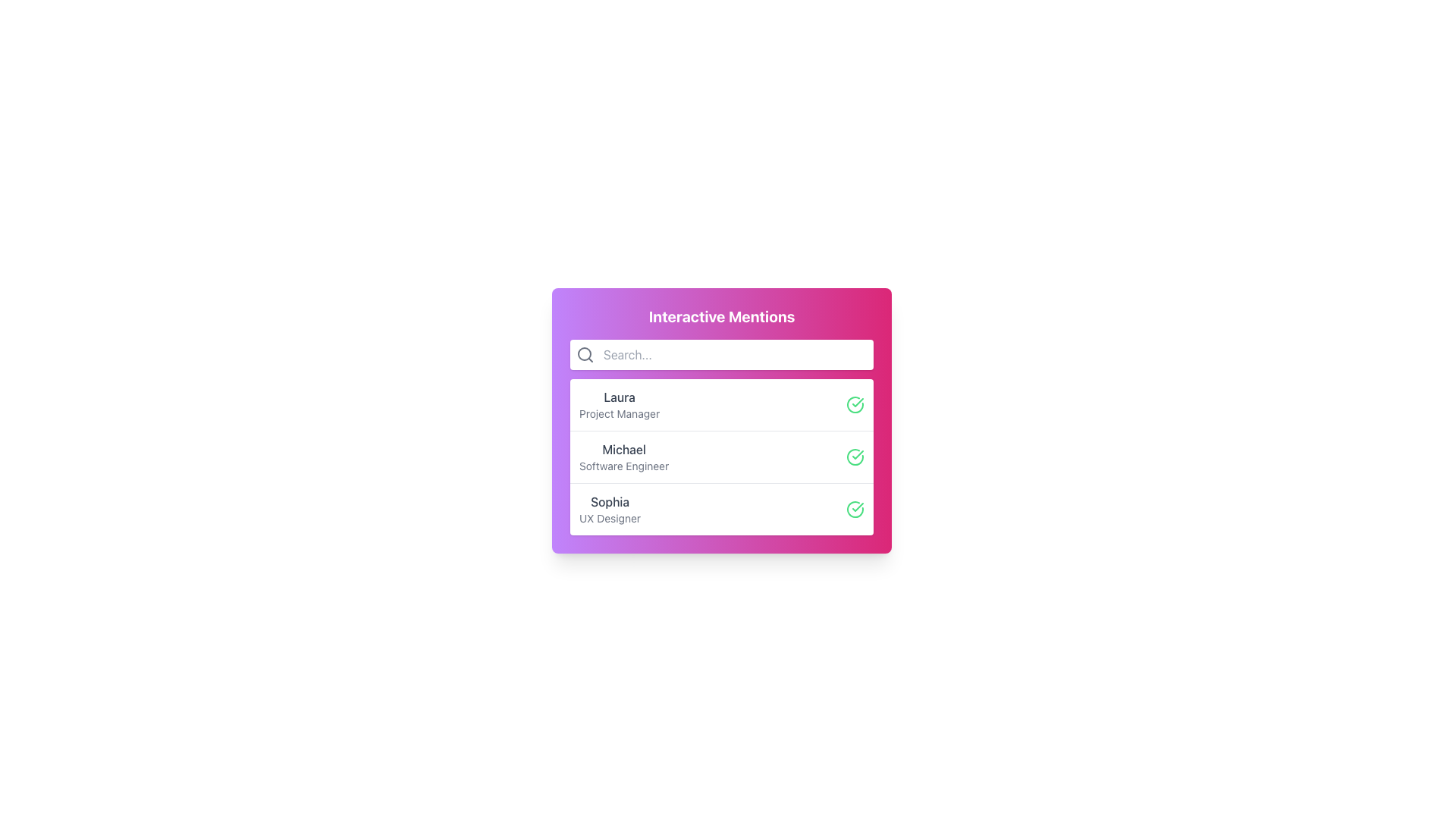  I want to click on the circular confirmation icon with a green outline and checkmark located to the far right of the entry for 'Michael' in the list, which signifies selection confirmation, so click(855, 456).